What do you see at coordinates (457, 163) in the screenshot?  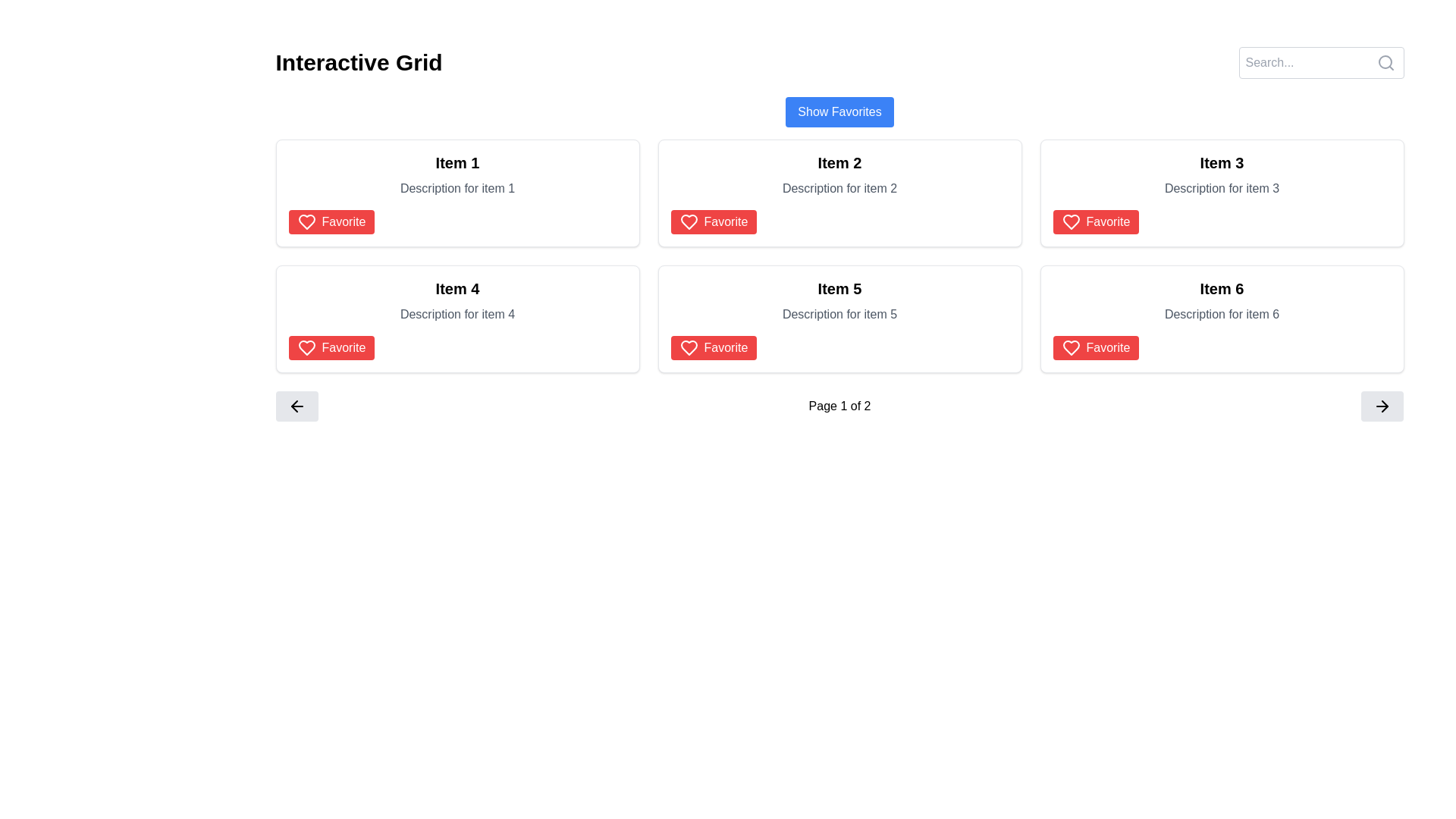 I see `the bold text label displaying 'Item 1' located at the top of the first card in the grid layout` at bounding box center [457, 163].